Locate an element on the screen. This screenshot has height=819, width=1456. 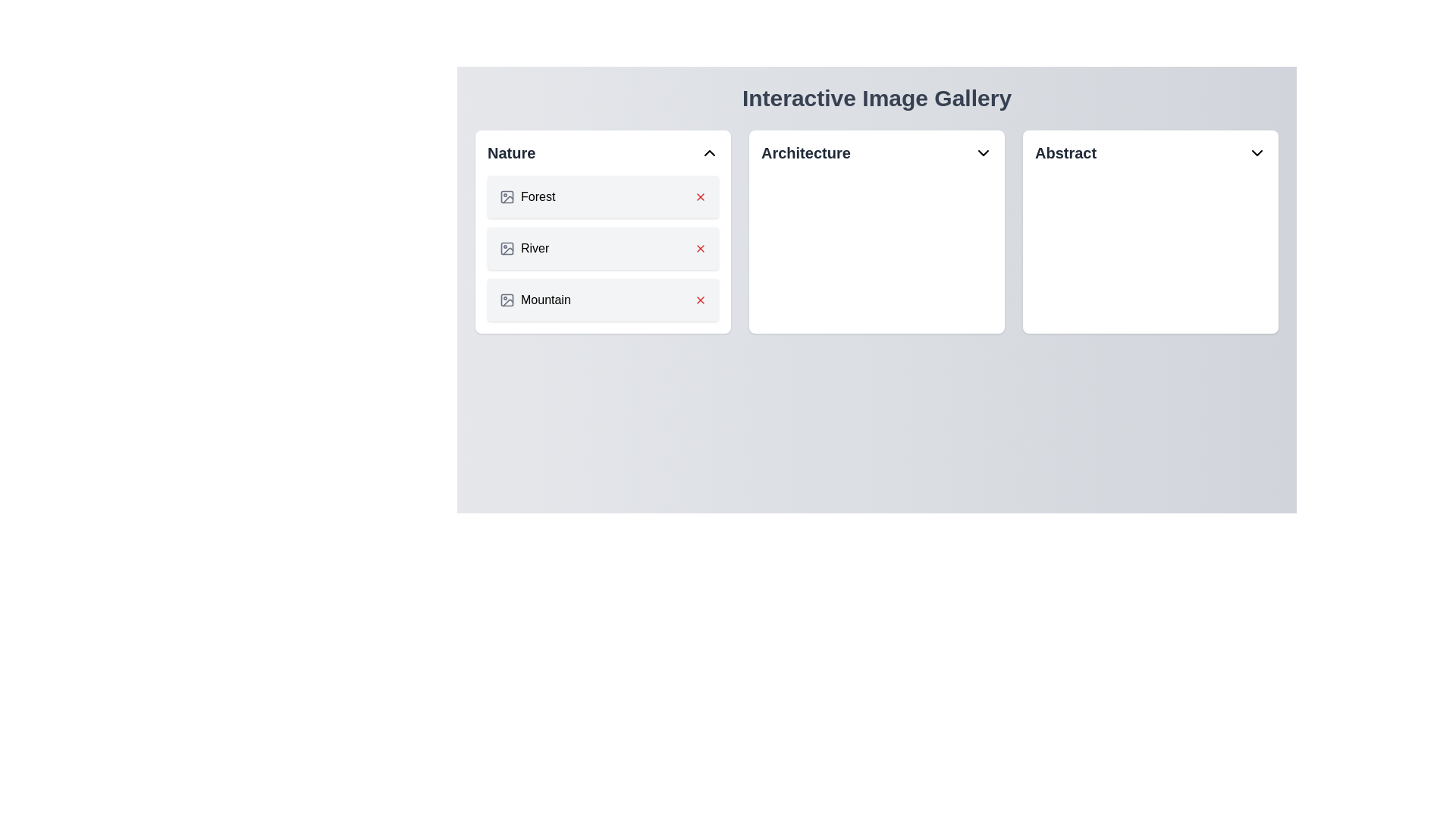
the dropdown button located beneath the title 'Interactive Image Gallery' is located at coordinates (877, 152).